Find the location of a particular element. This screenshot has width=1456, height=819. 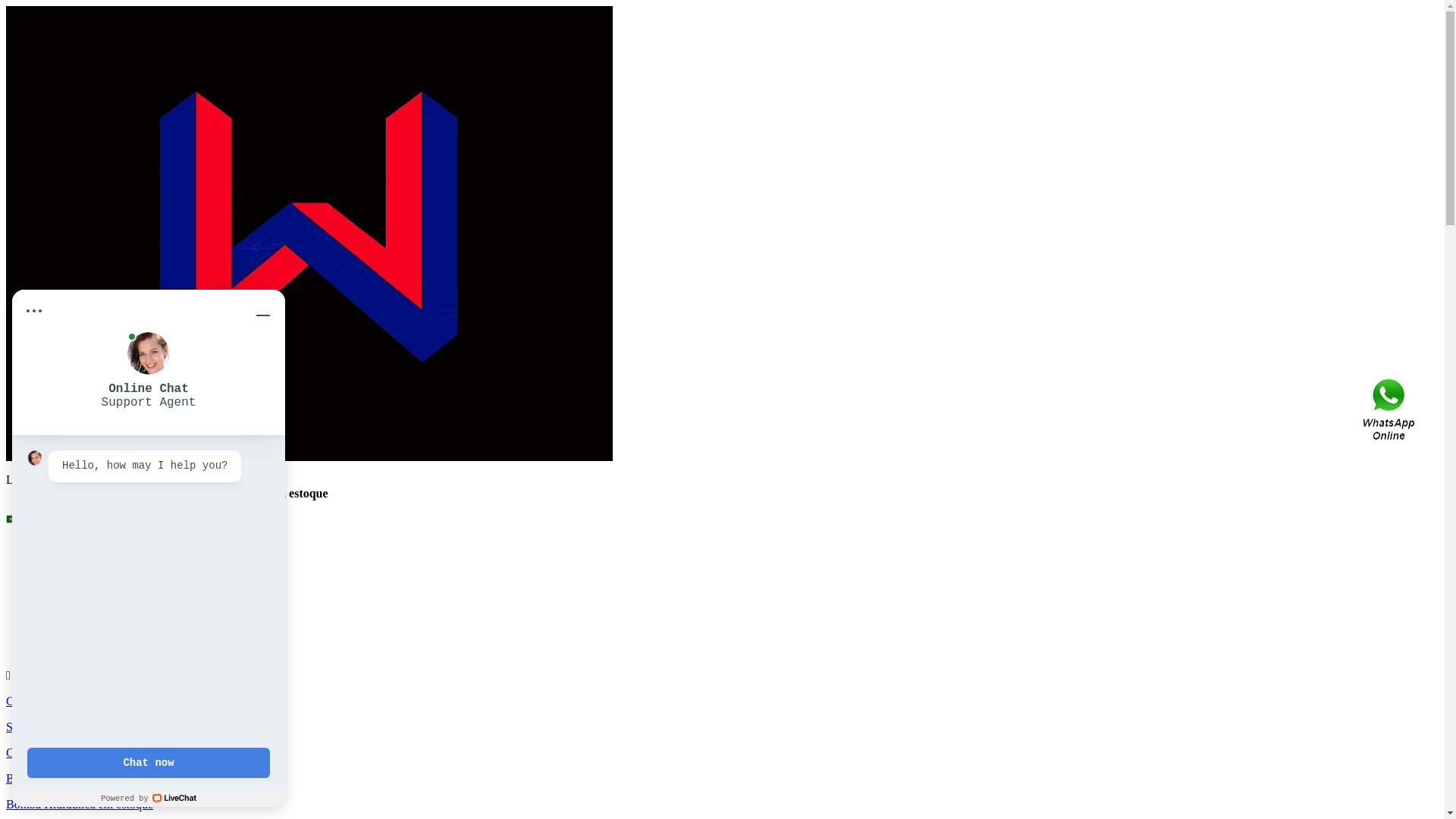

'Stock Categories' is located at coordinates (77, 558).